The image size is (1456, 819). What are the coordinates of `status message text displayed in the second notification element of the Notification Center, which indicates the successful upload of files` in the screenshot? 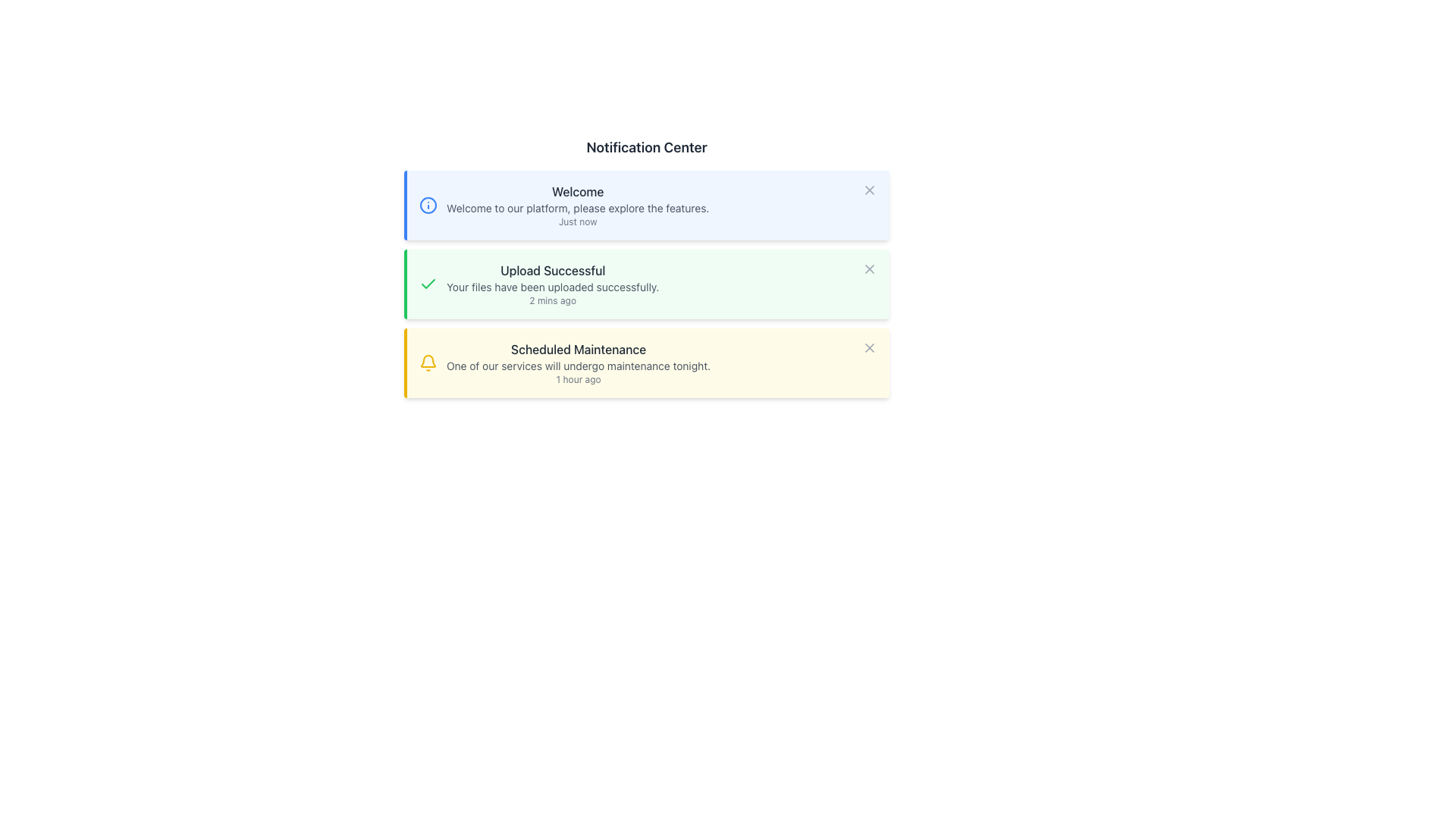 It's located at (552, 287).